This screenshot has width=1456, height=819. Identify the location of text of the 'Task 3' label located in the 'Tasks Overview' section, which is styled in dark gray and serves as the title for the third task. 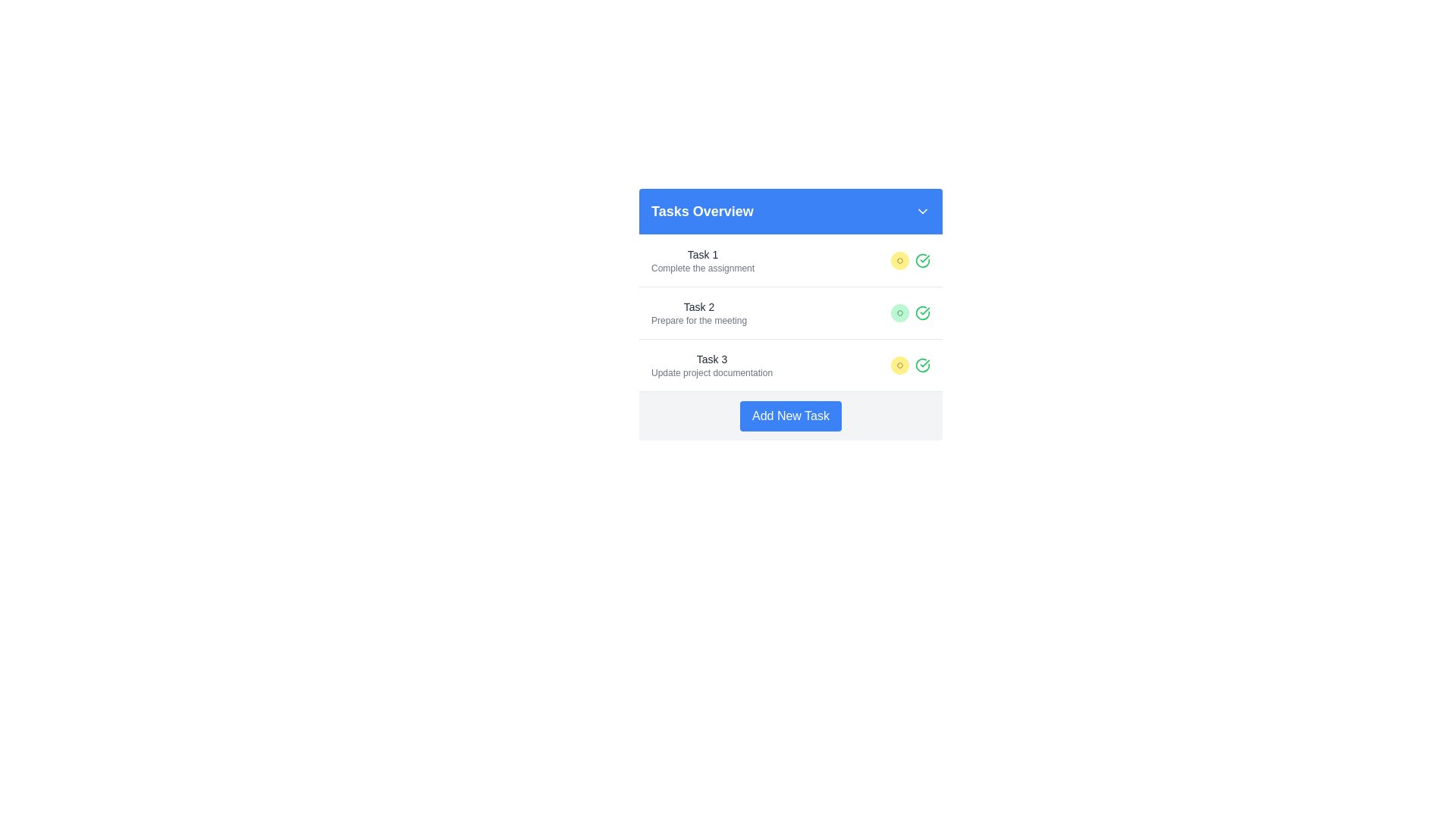
(711, 359).